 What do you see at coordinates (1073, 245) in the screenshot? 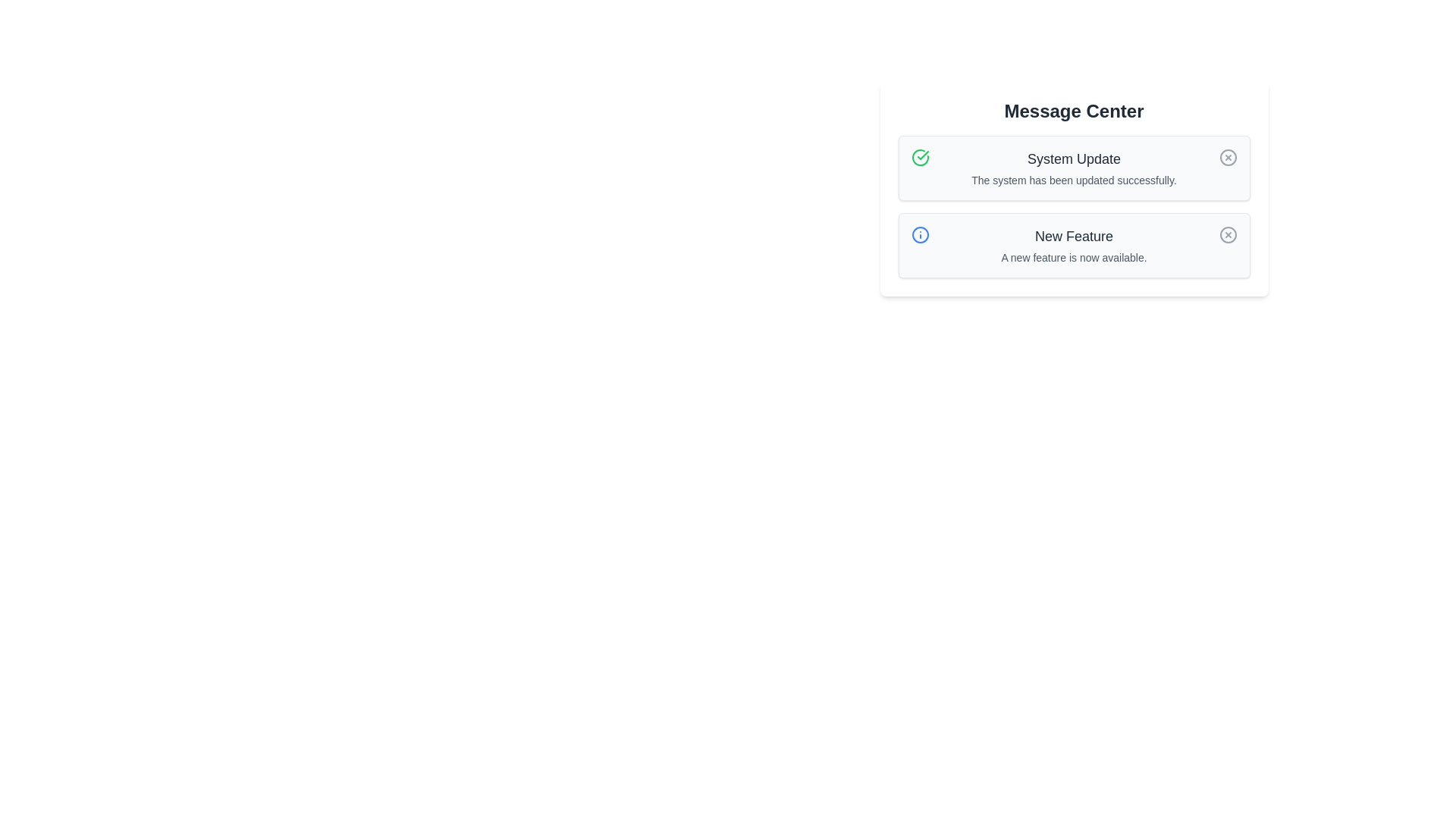
I see `the Informational Text Block displaying the title 'New Feature' and description 'A new feature is now available.'` at bounding box center [1073, 245].